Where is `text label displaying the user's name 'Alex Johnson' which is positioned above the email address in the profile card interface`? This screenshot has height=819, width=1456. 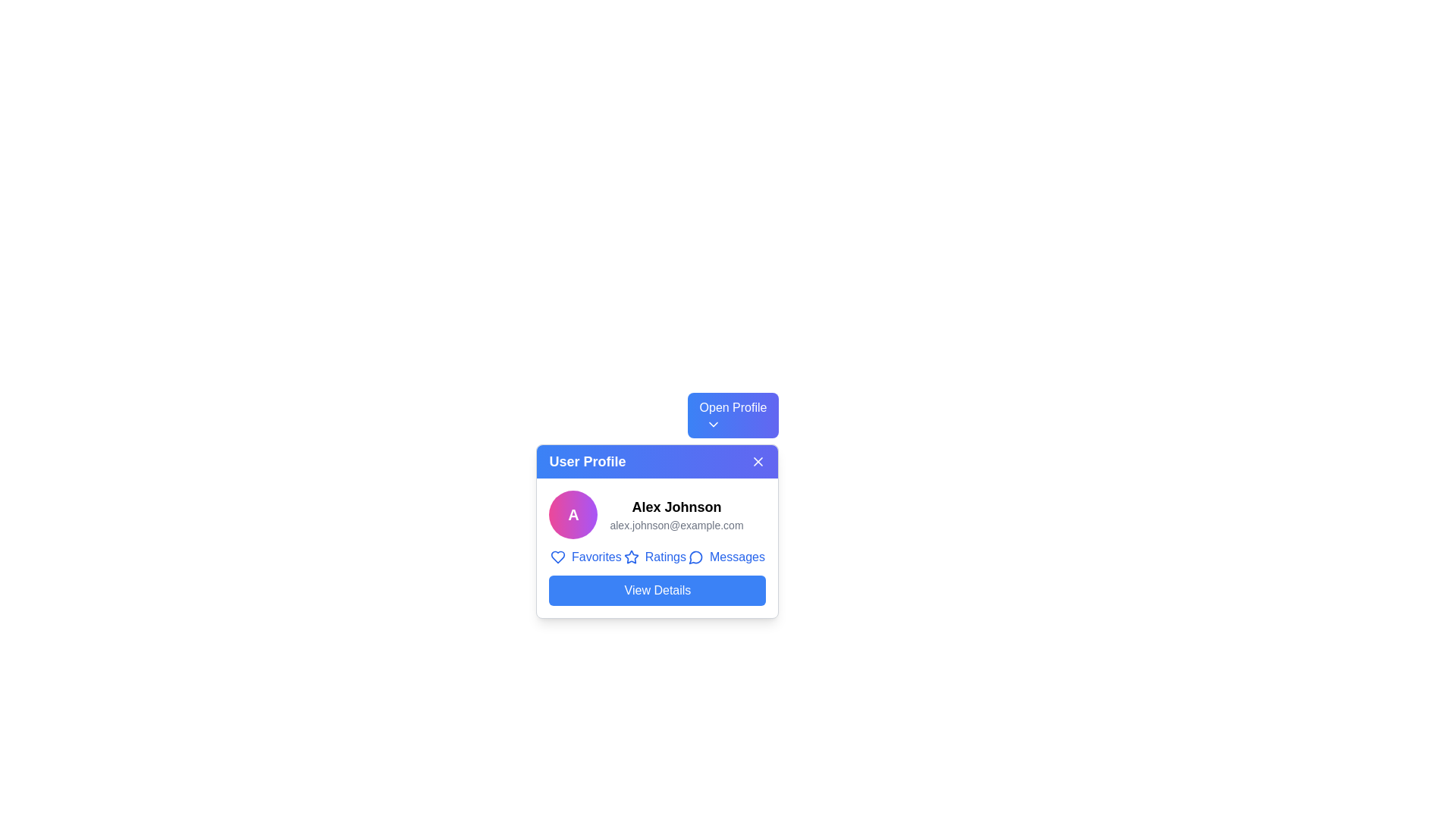
text label displaying the user's name 'Alex Johnson' which is positioned above the email address in the profile card interface is located at coordinates (676, 507).